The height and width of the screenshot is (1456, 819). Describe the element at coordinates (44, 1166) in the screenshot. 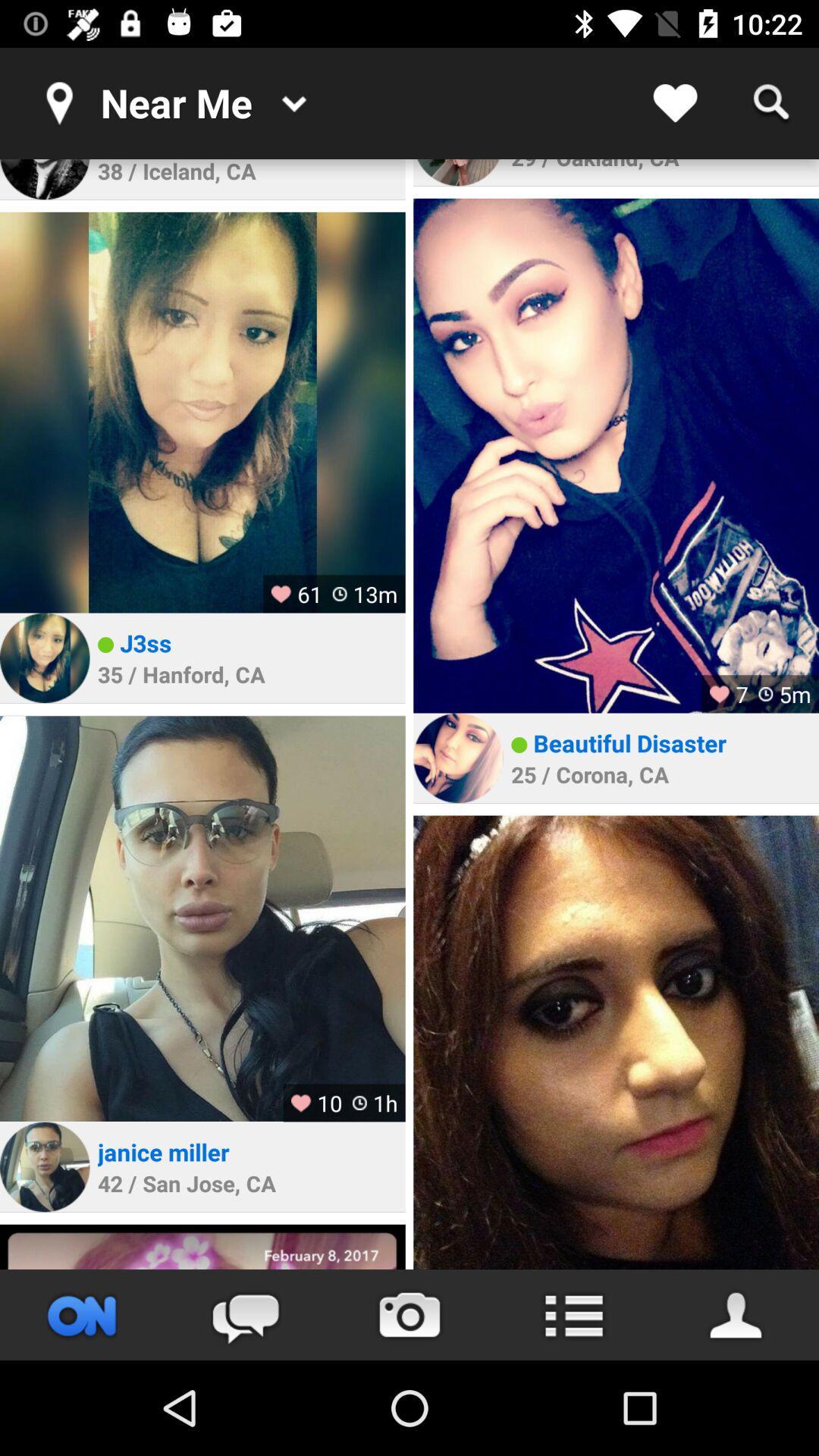

I see `open profile` at that location.